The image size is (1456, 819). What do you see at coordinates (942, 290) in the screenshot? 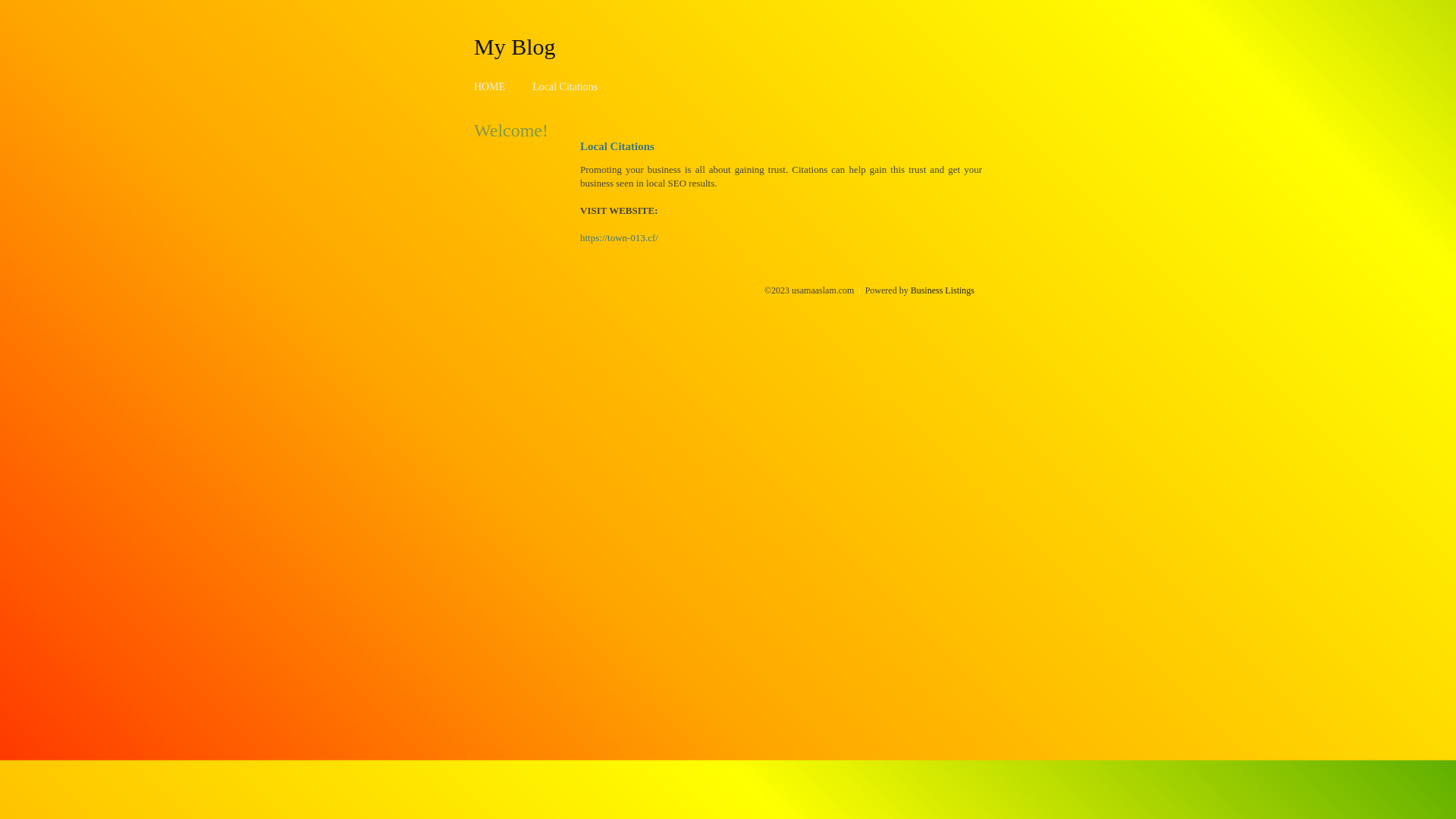
I see `'Business Listings'` at bounding box center [942, 290].